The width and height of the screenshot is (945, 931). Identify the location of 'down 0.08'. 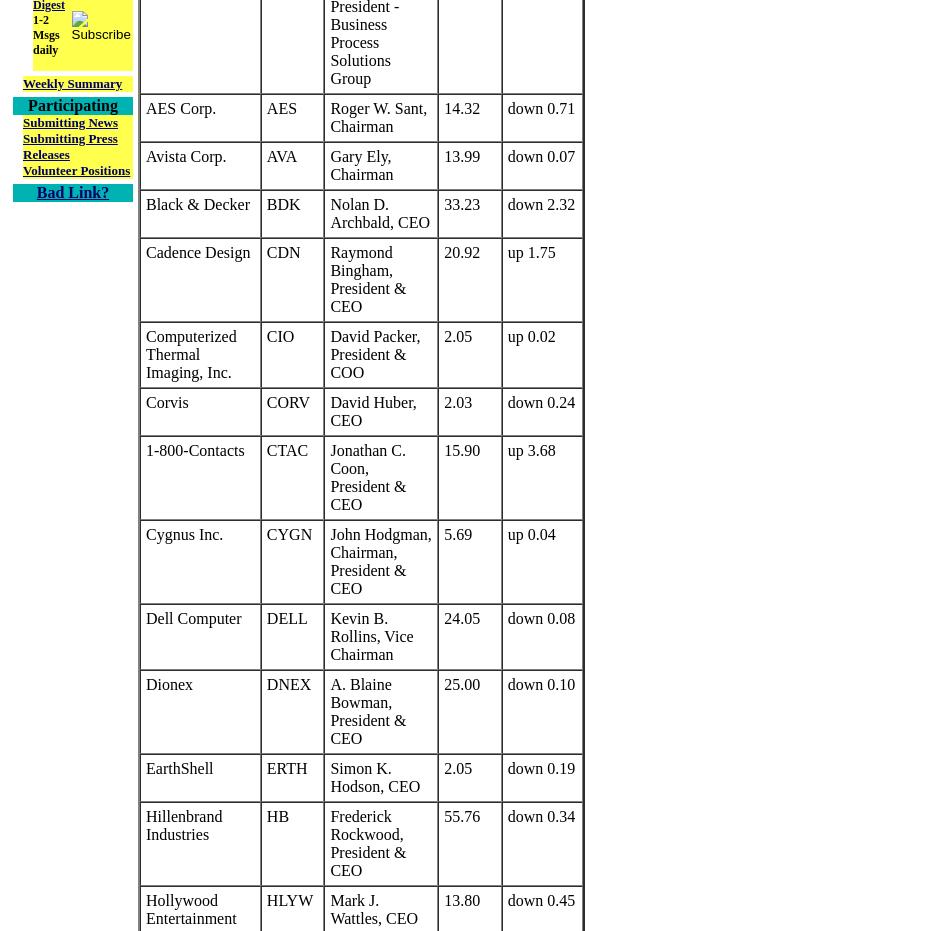
(541, 618).